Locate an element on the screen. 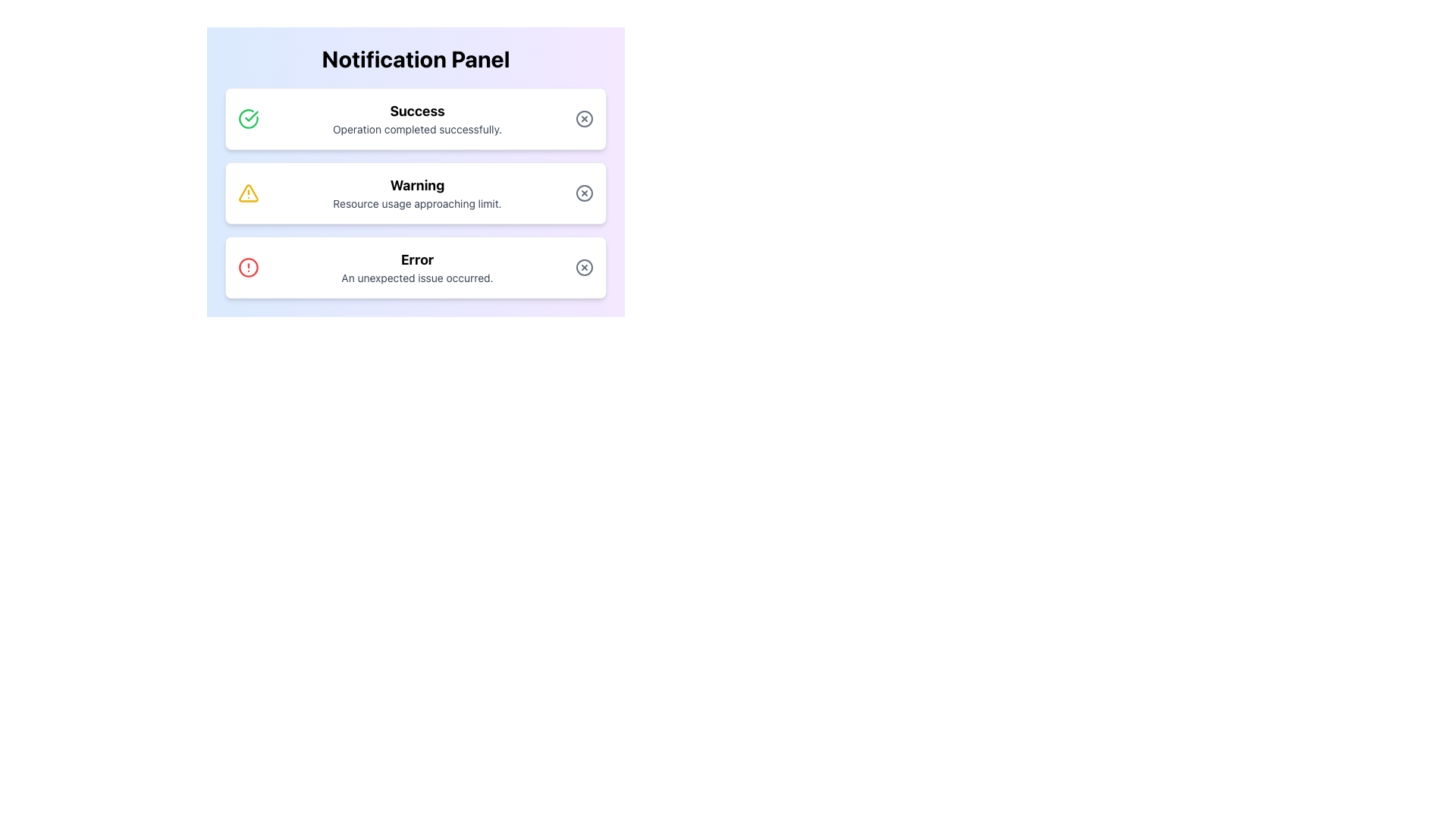  the 'Error' text label which displays the word 'Error' in bold and large text within the notification box is located at coordinates (417, 259).